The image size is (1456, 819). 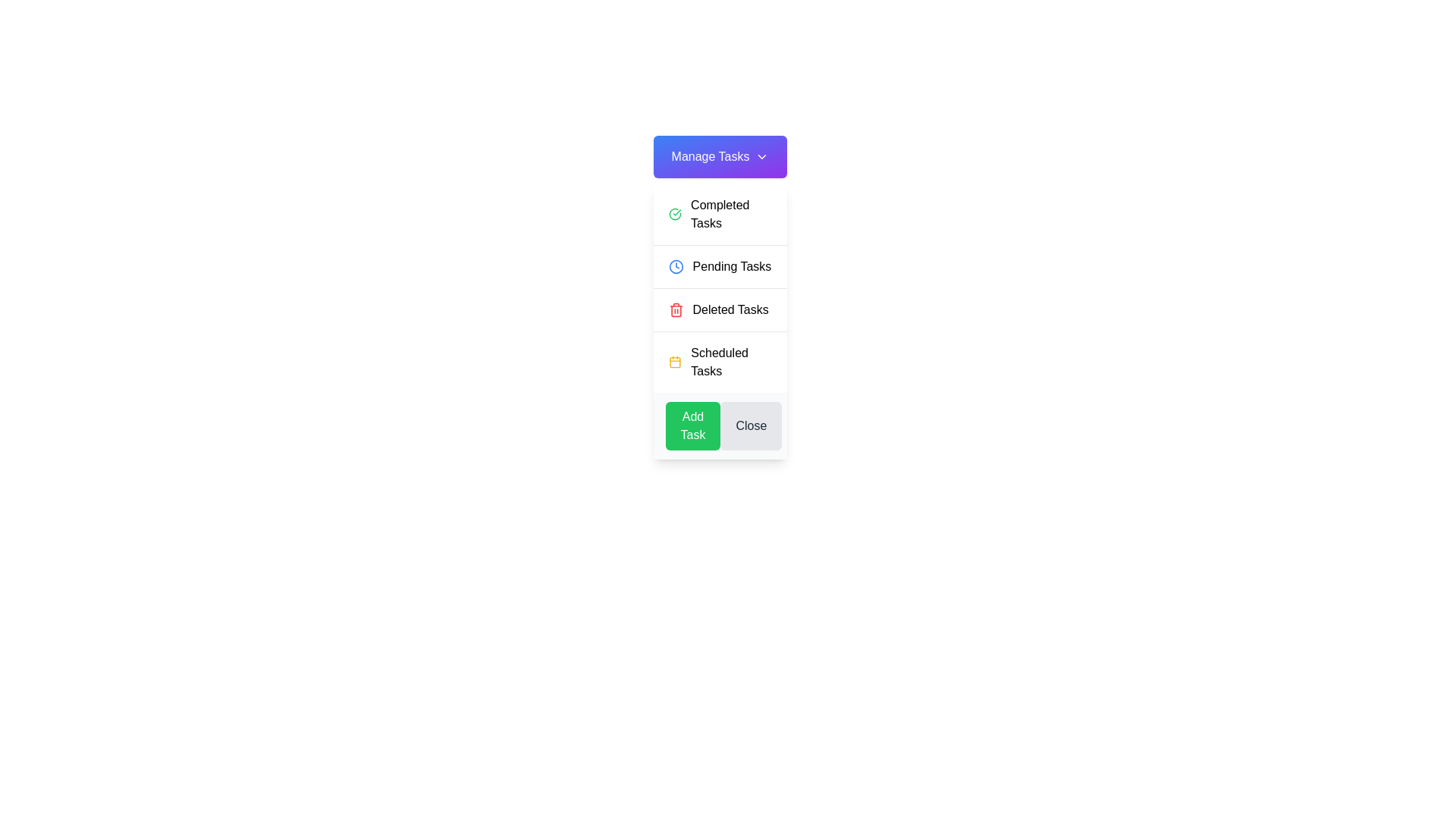 I want to click on the 'Completed Tasks' menu item, which is the first entry in the vertical list menu located below the 'Manage Tasks' section, so click(x=720, y=214).